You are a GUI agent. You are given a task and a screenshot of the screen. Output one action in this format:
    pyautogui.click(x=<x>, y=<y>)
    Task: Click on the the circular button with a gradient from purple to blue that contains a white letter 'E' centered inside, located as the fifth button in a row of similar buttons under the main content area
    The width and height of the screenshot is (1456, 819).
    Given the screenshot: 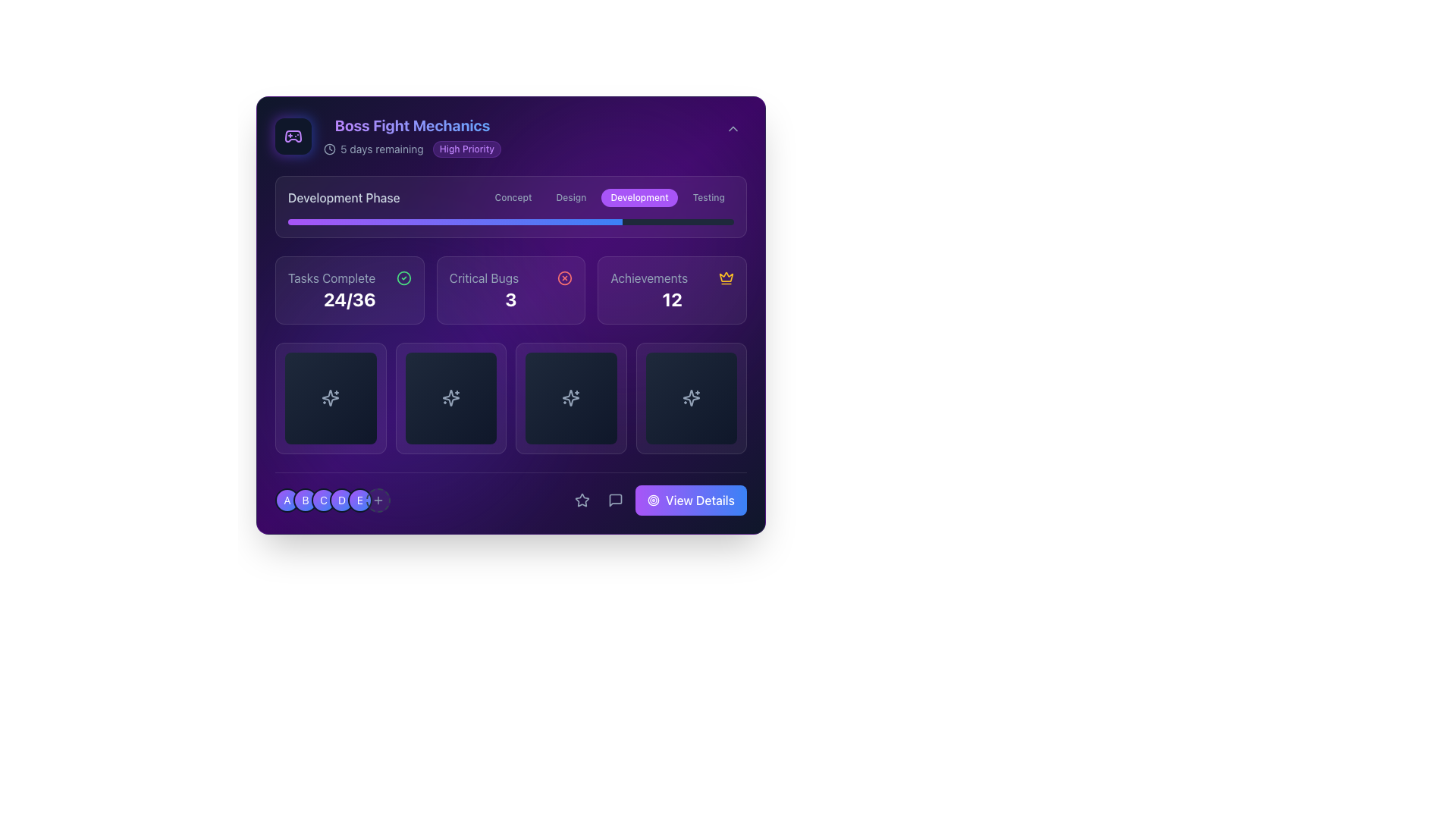 What is the action you would take?
    pyautogui.click(x=359, y=500)
    